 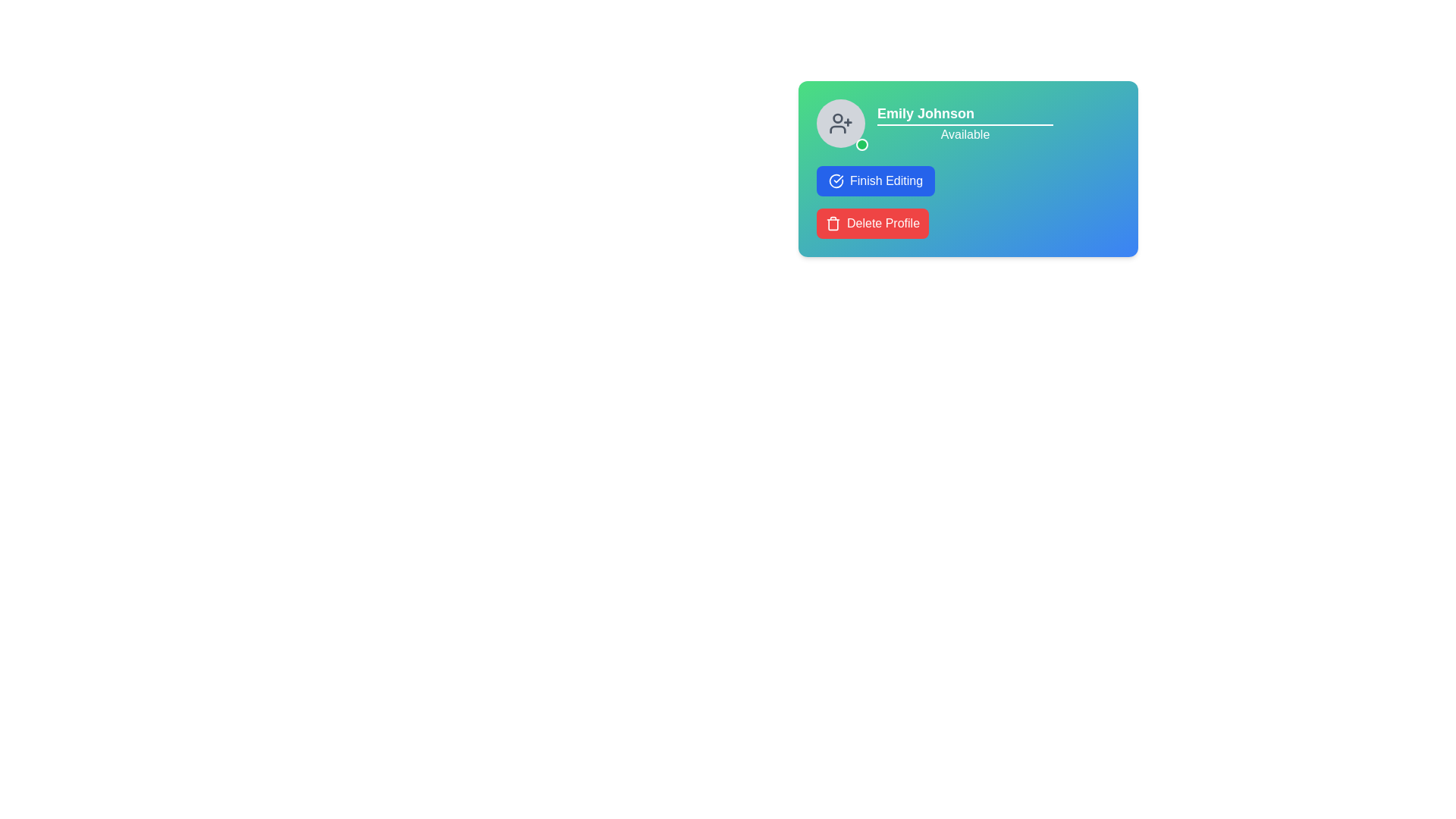 I want to click on the text input field displaying the name 'Emily Johnson', so click(x=964, y=113).